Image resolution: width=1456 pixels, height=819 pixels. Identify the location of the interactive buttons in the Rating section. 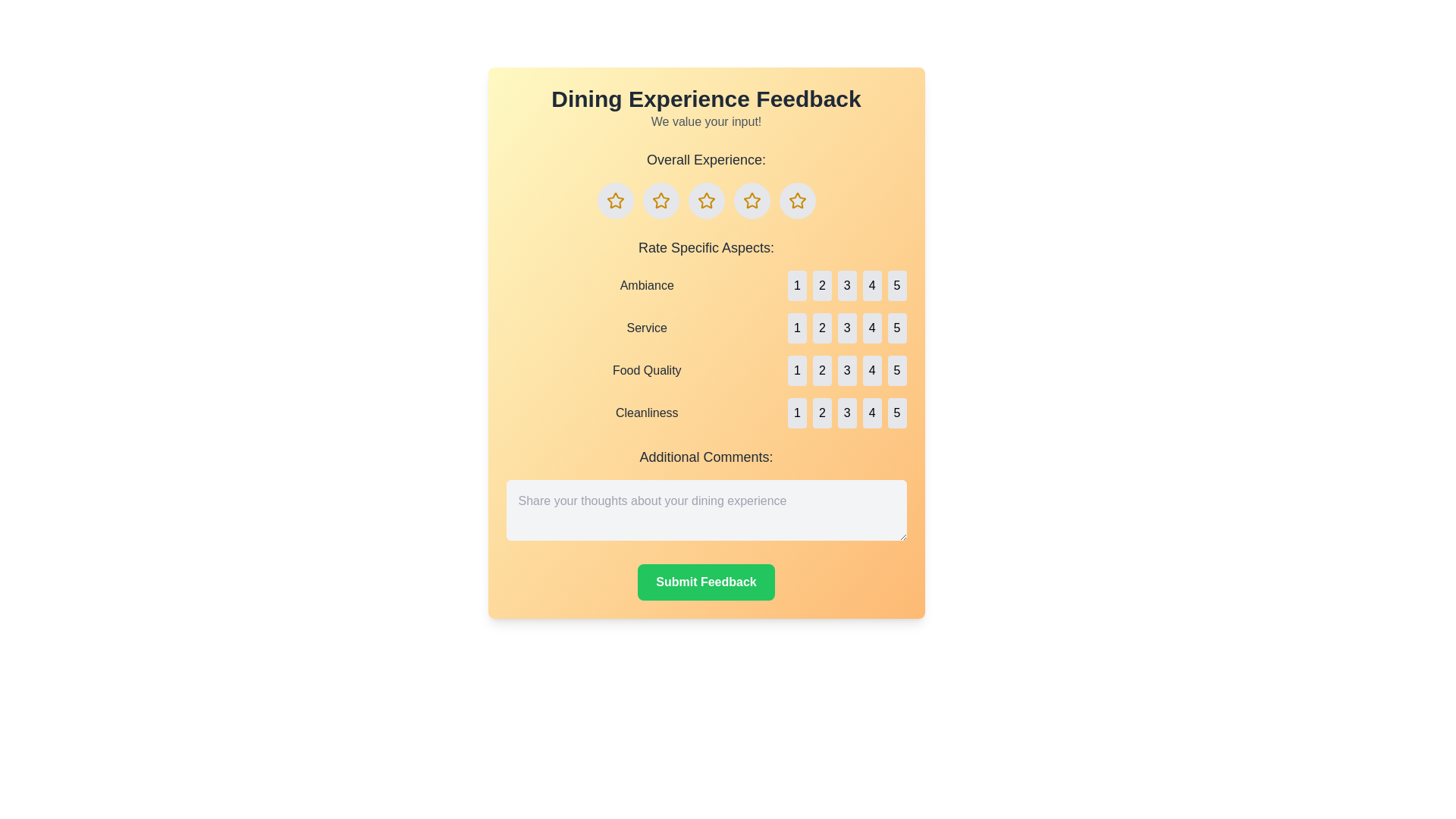
(705, 332).